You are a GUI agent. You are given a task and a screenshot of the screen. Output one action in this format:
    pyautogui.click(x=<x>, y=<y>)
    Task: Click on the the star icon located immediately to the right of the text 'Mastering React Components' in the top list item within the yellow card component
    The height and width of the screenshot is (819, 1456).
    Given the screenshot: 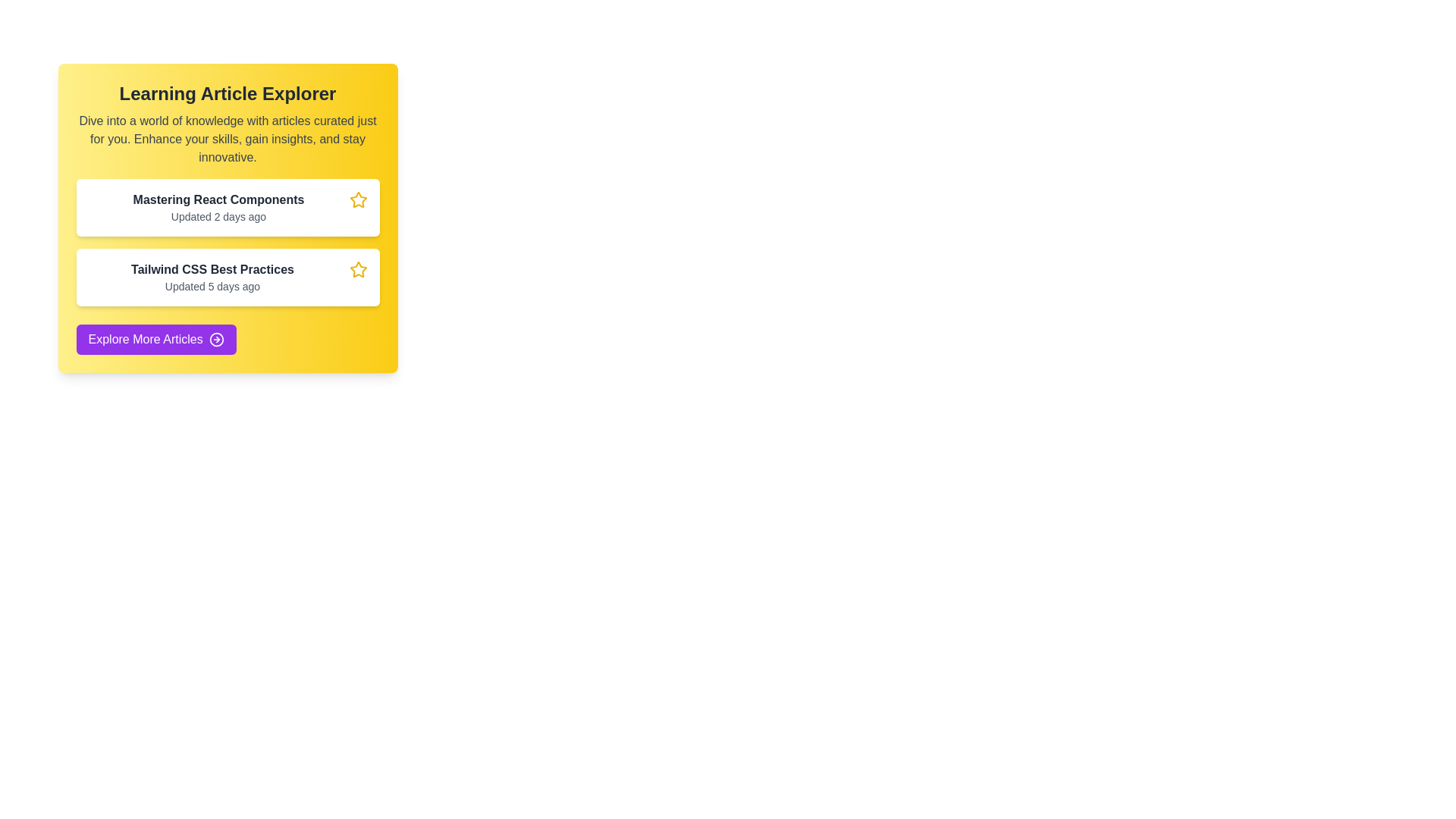 What is the action you would take?
    pyautogui.click(x=357, y=268)
    